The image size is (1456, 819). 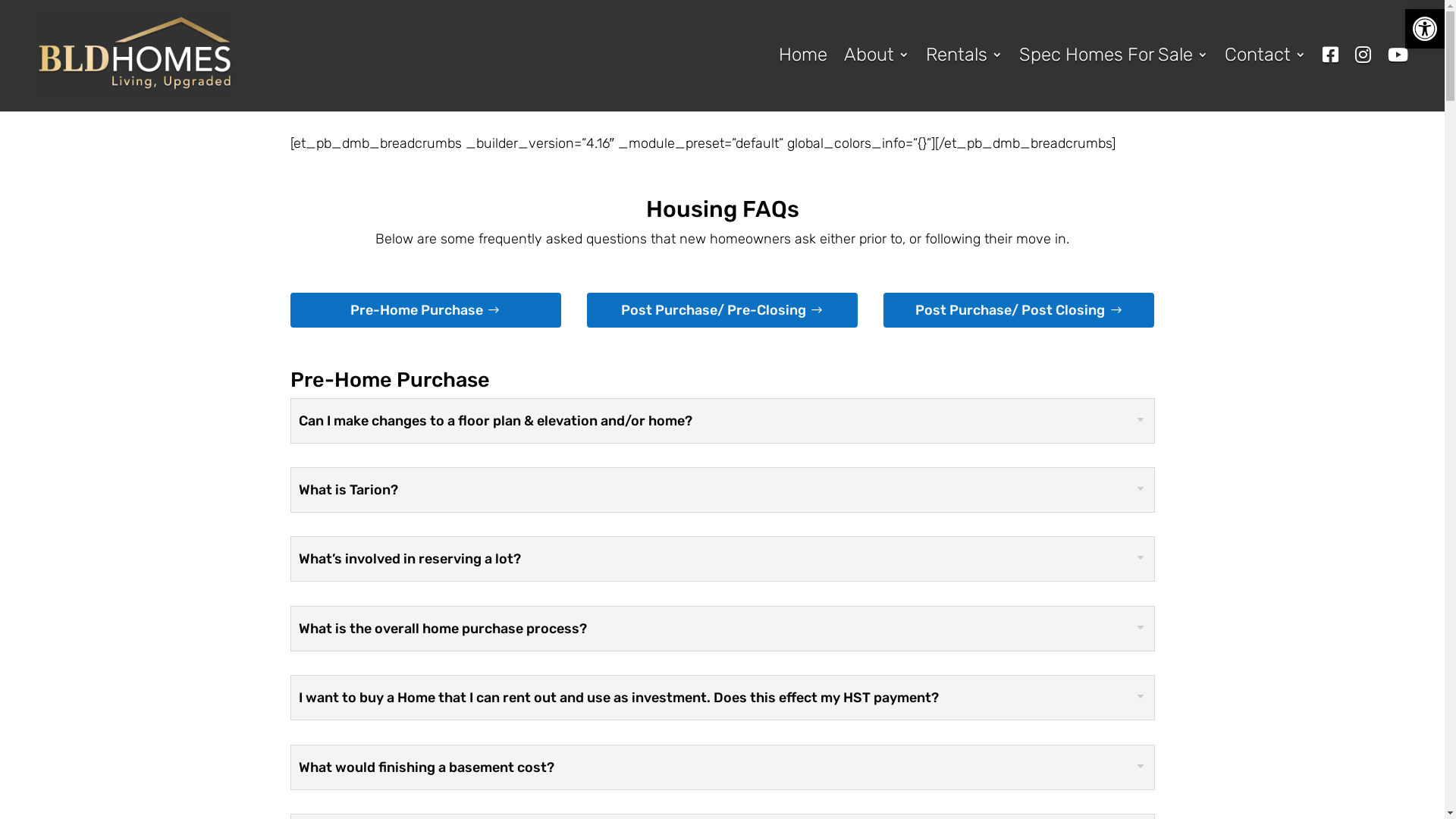 What do you see at coordinates (1265, 54) in the screenshot?
I see `'Contact'` at bounding box center [1265, 54].